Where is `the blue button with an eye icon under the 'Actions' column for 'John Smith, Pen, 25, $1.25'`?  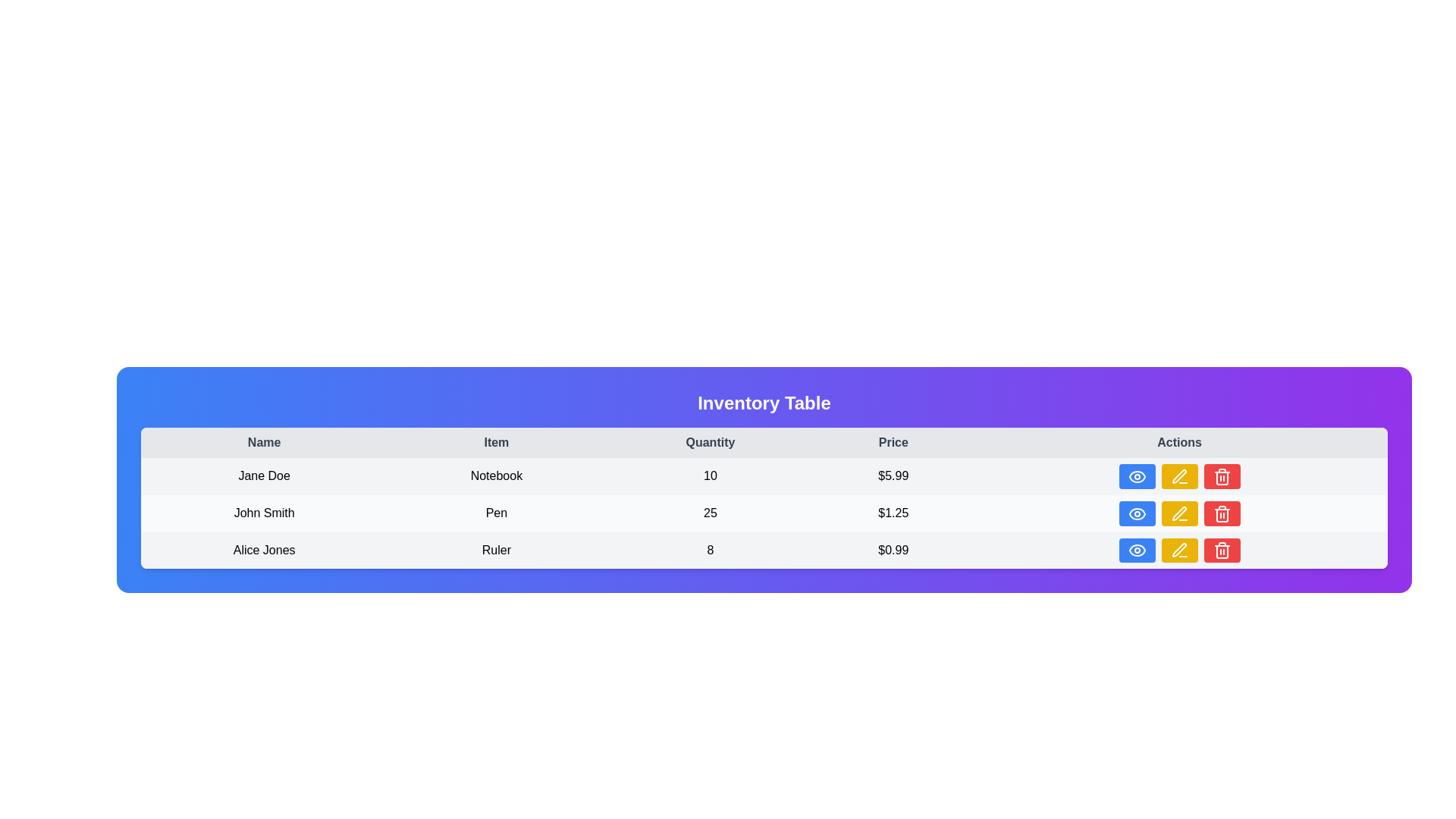 the blue button with an eye icon under the 'Actions' column for 'John Smith, Pen, 25, $1.25' is located at coordinates (1137, 513).